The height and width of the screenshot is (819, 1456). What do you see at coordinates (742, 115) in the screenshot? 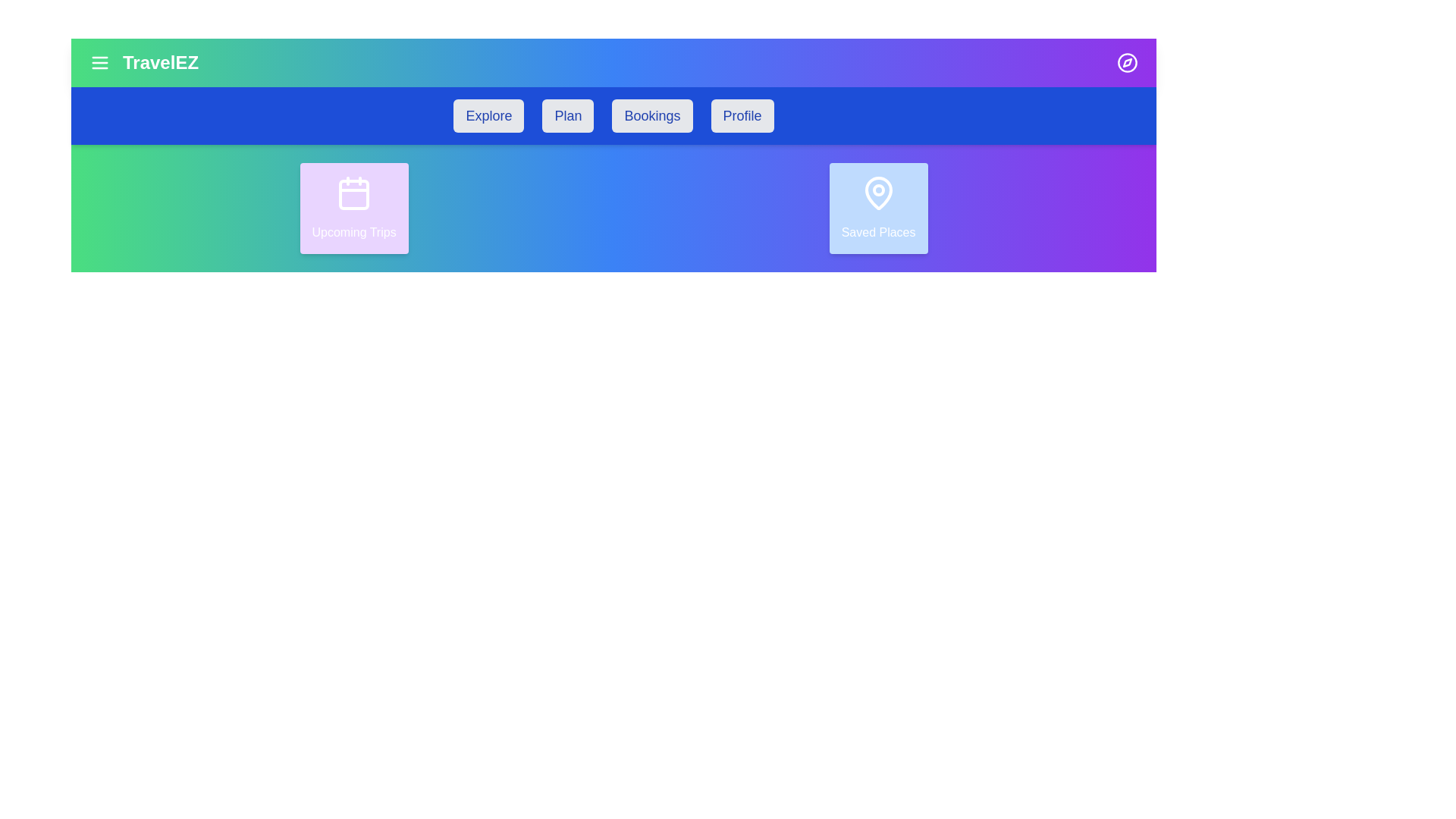
I see `the menu item labeled Profile to navigate to the corresponding section` at bounding box center [742, 115].